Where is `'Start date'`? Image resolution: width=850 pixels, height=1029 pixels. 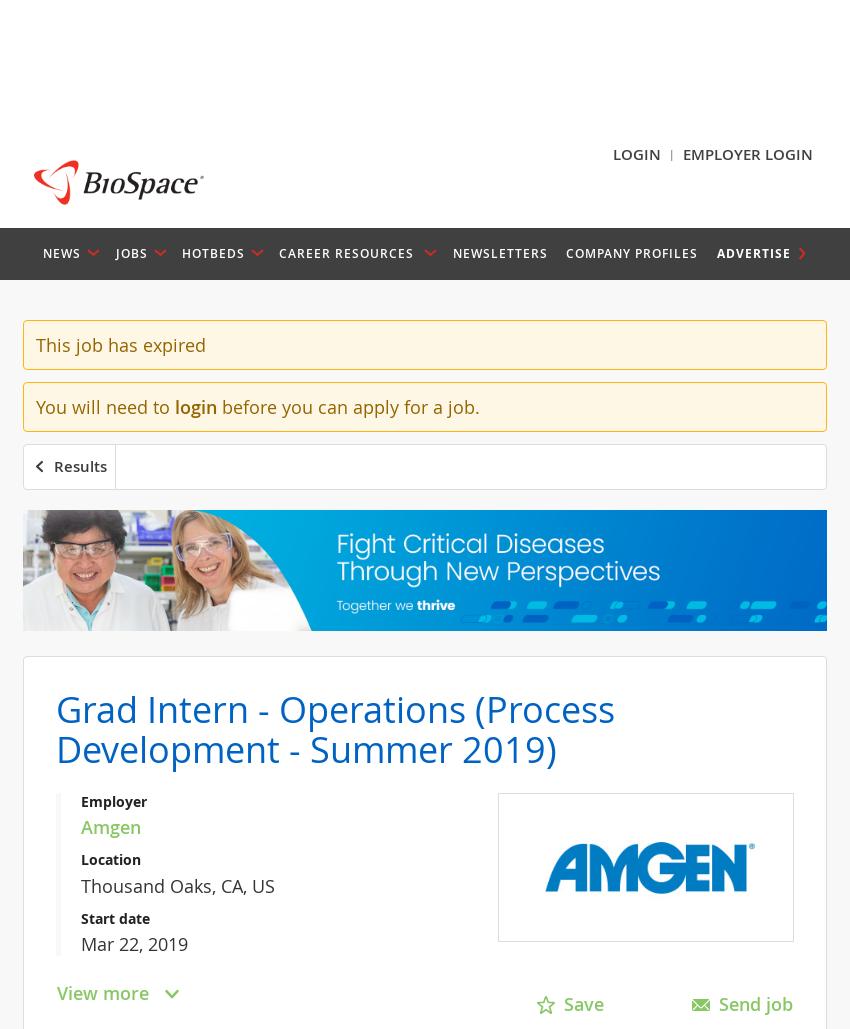
'Start date' is located at coordinates (113, 917).